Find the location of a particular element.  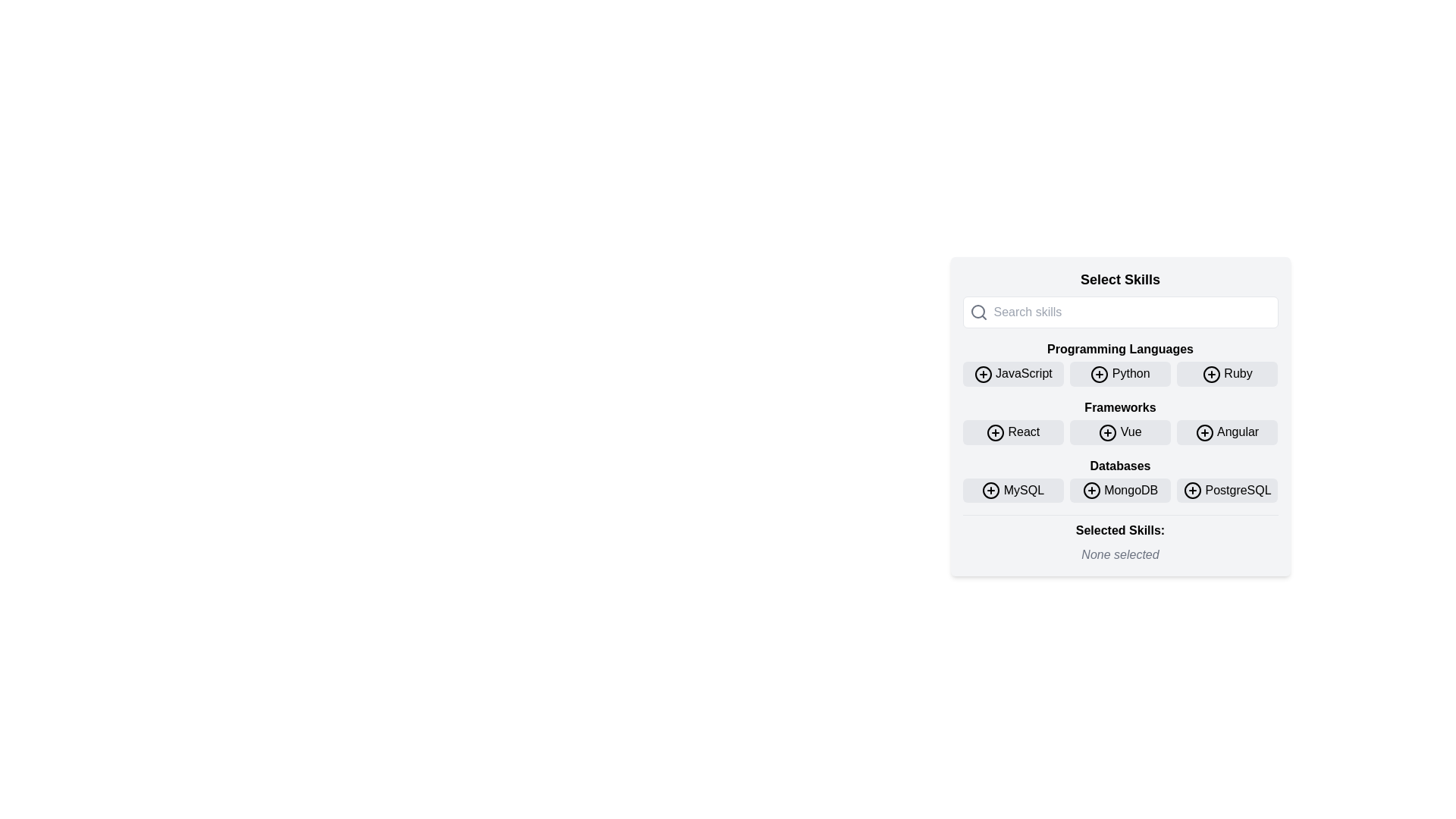

the non-interactive text label indicating 'Selected Skills' located at the bottom of the interface, above the text 'None selected.' is located at coordinates (1120, 530).